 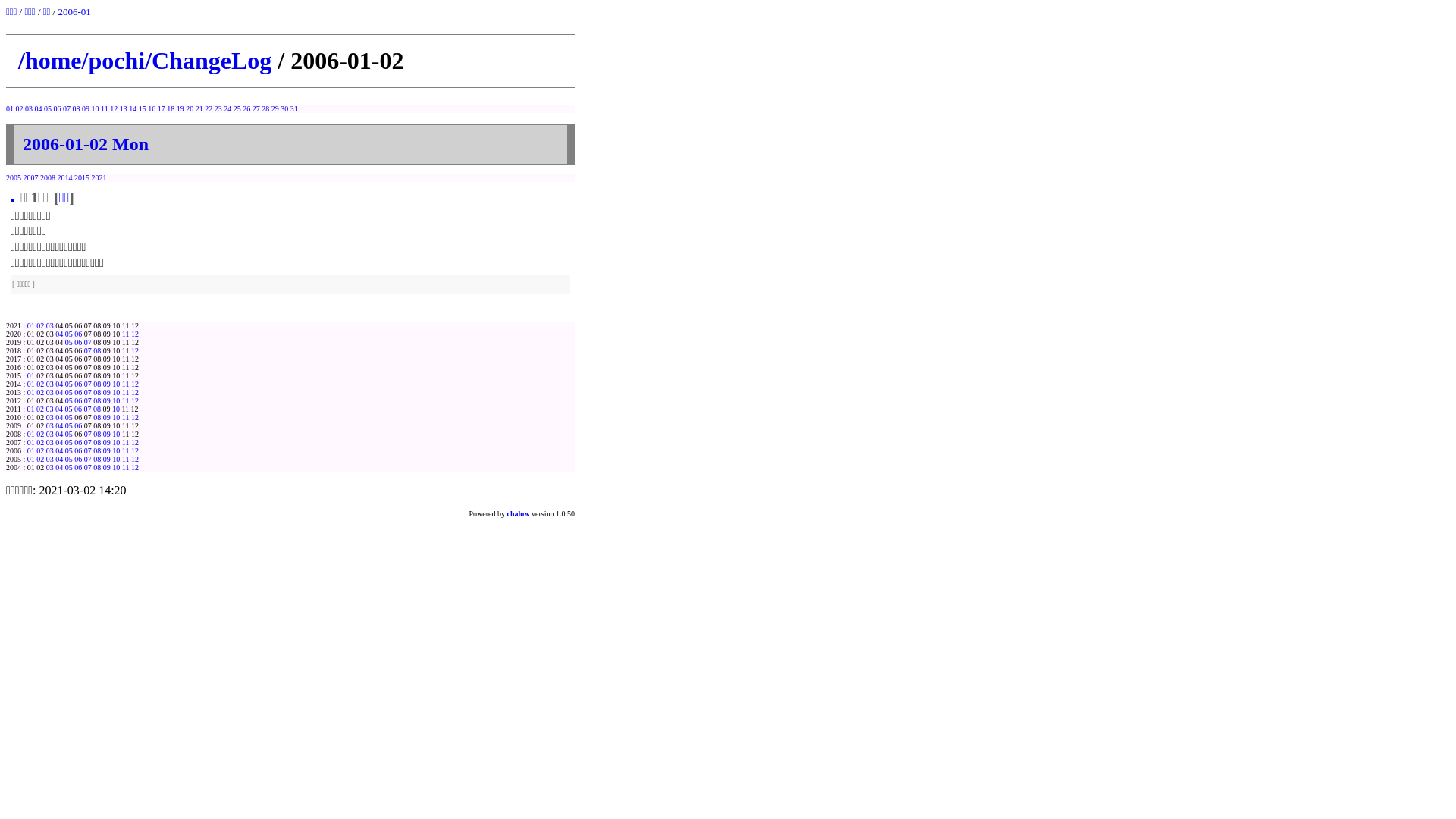 What do you see at coordinates (85, 143) in the screenshot?
I see `'2006-01-02 Mon'` at bounding box center [85, 143].